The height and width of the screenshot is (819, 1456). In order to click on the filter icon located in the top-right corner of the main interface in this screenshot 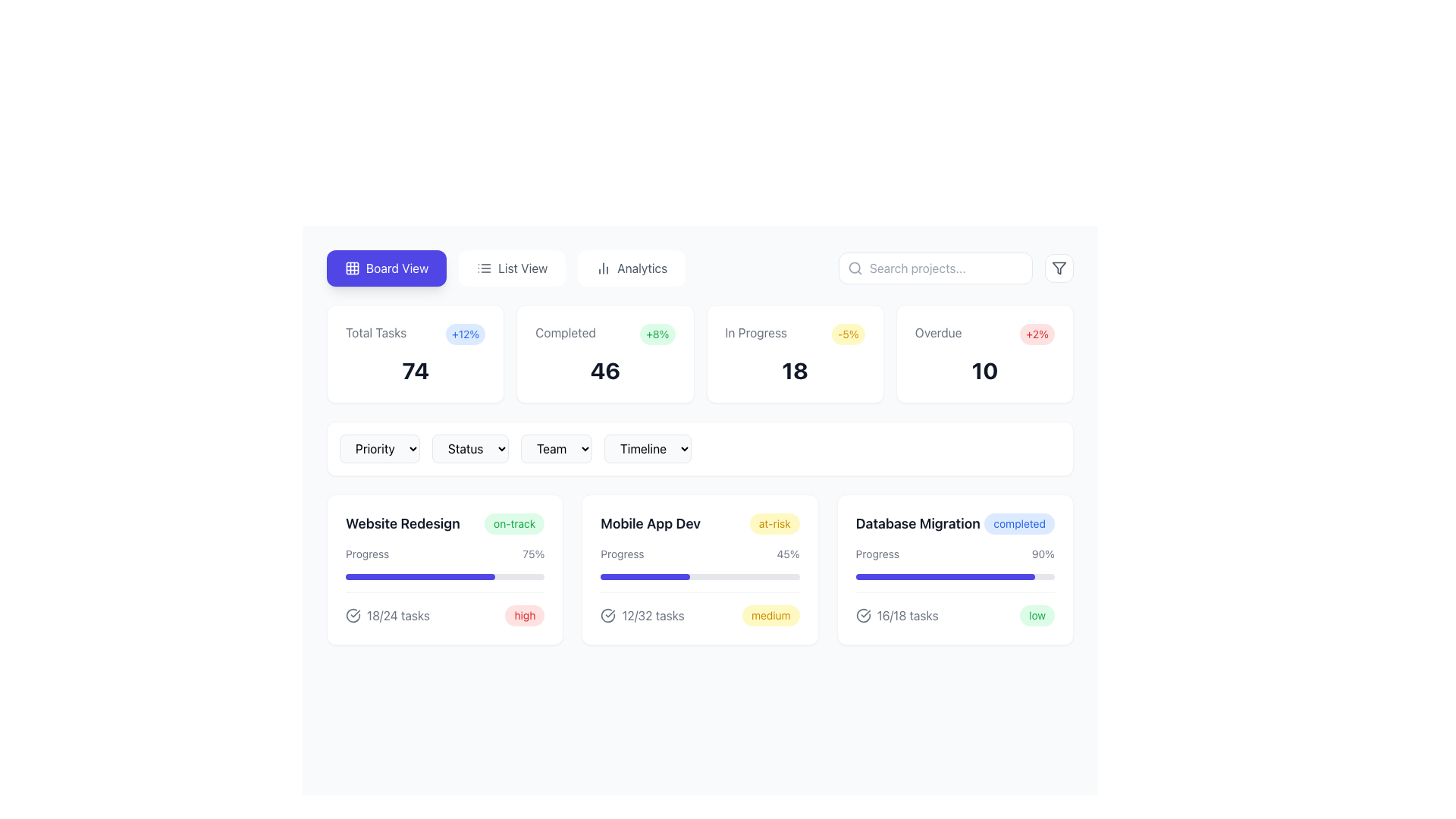, I will do `click(1058, 268)`.